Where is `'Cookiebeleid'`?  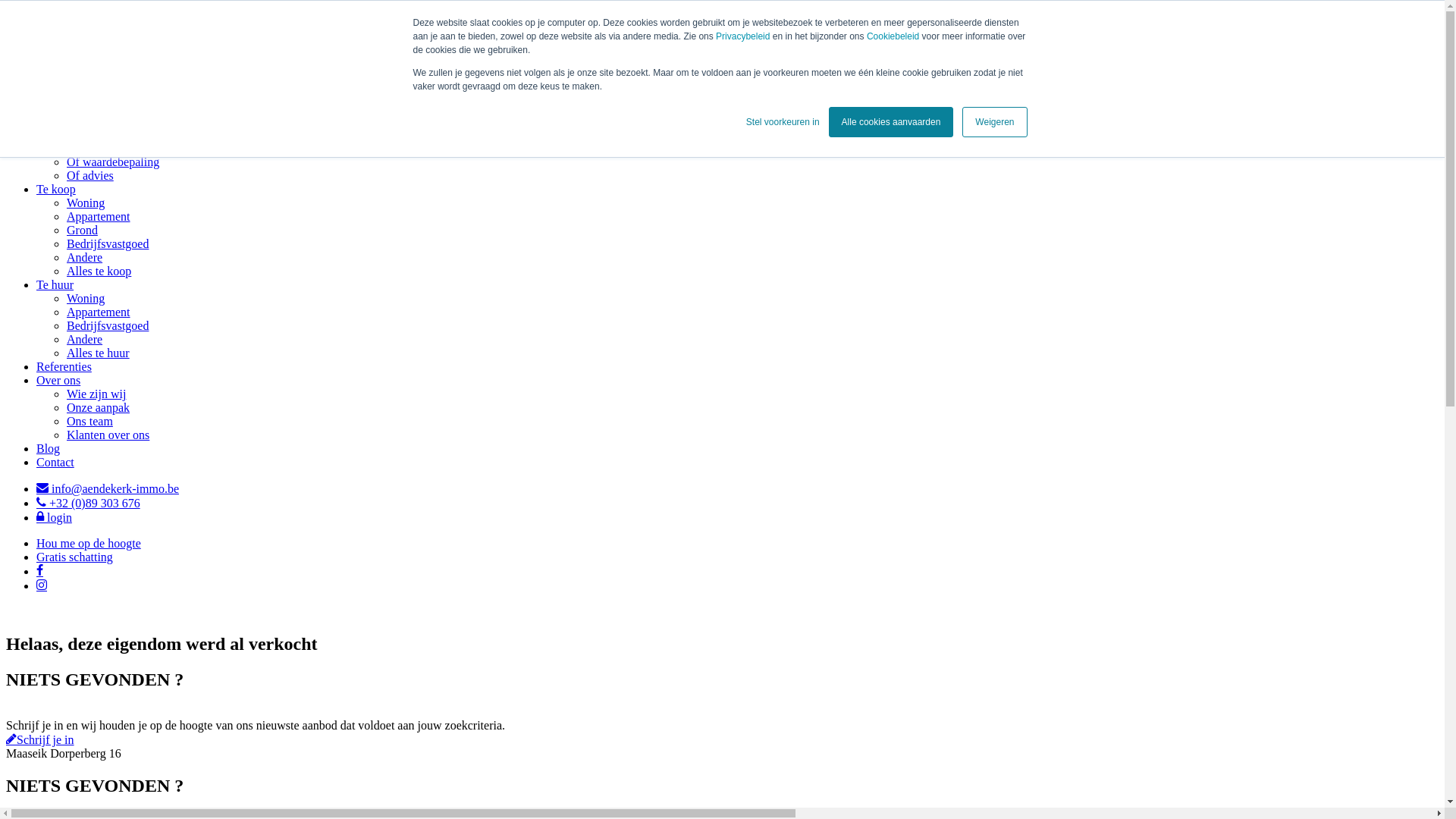 'Cookiebeleid' is located at coordinates (894, 35).